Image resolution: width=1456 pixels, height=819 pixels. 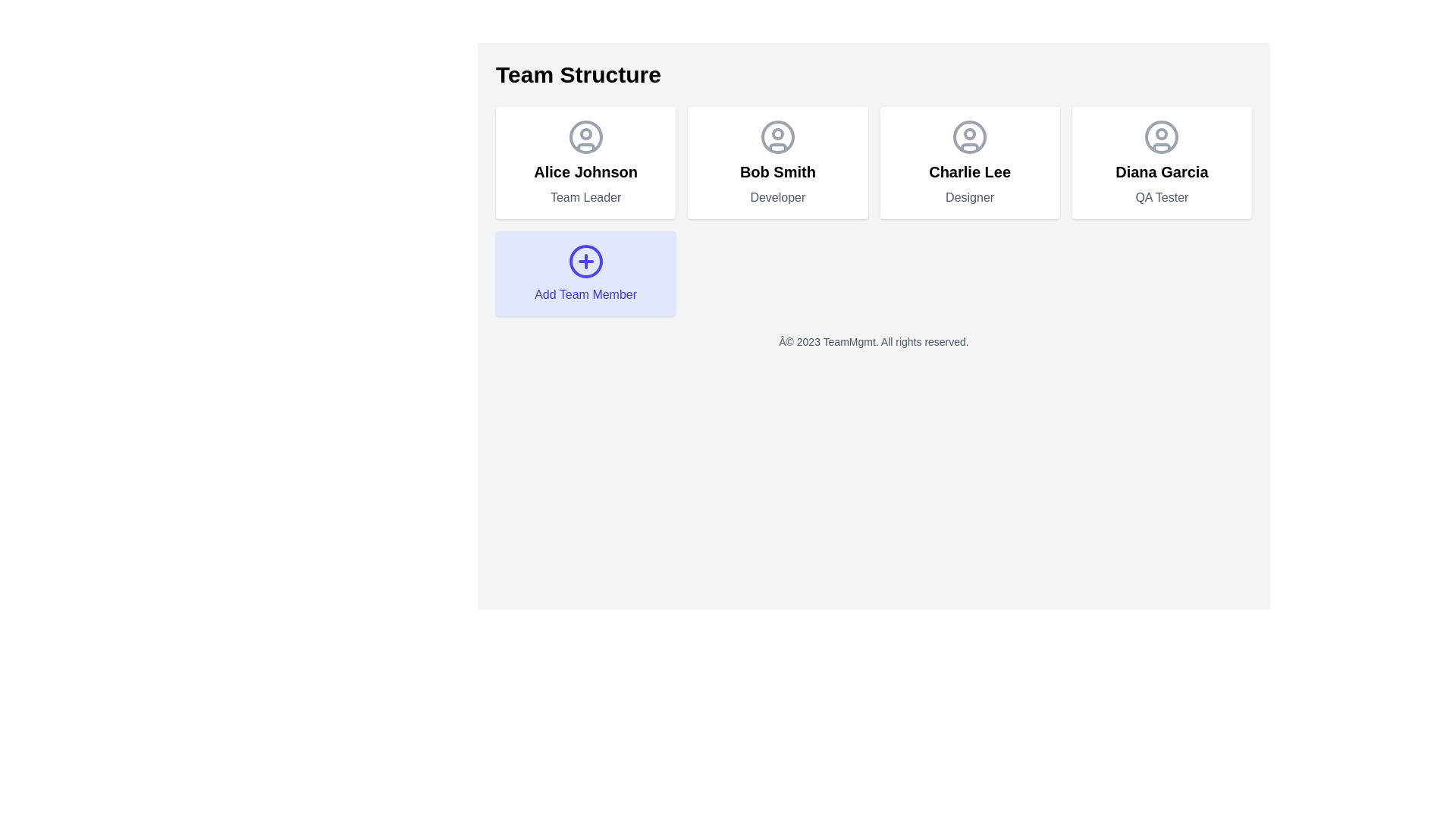 What do you see at coordinates (968, 171) in the screenshot?
I see `the text label reading 'Charlie Lee', which is styled with a larger, bold font and is located within the user information card in the grid layout` at bounding box center [968, 171].